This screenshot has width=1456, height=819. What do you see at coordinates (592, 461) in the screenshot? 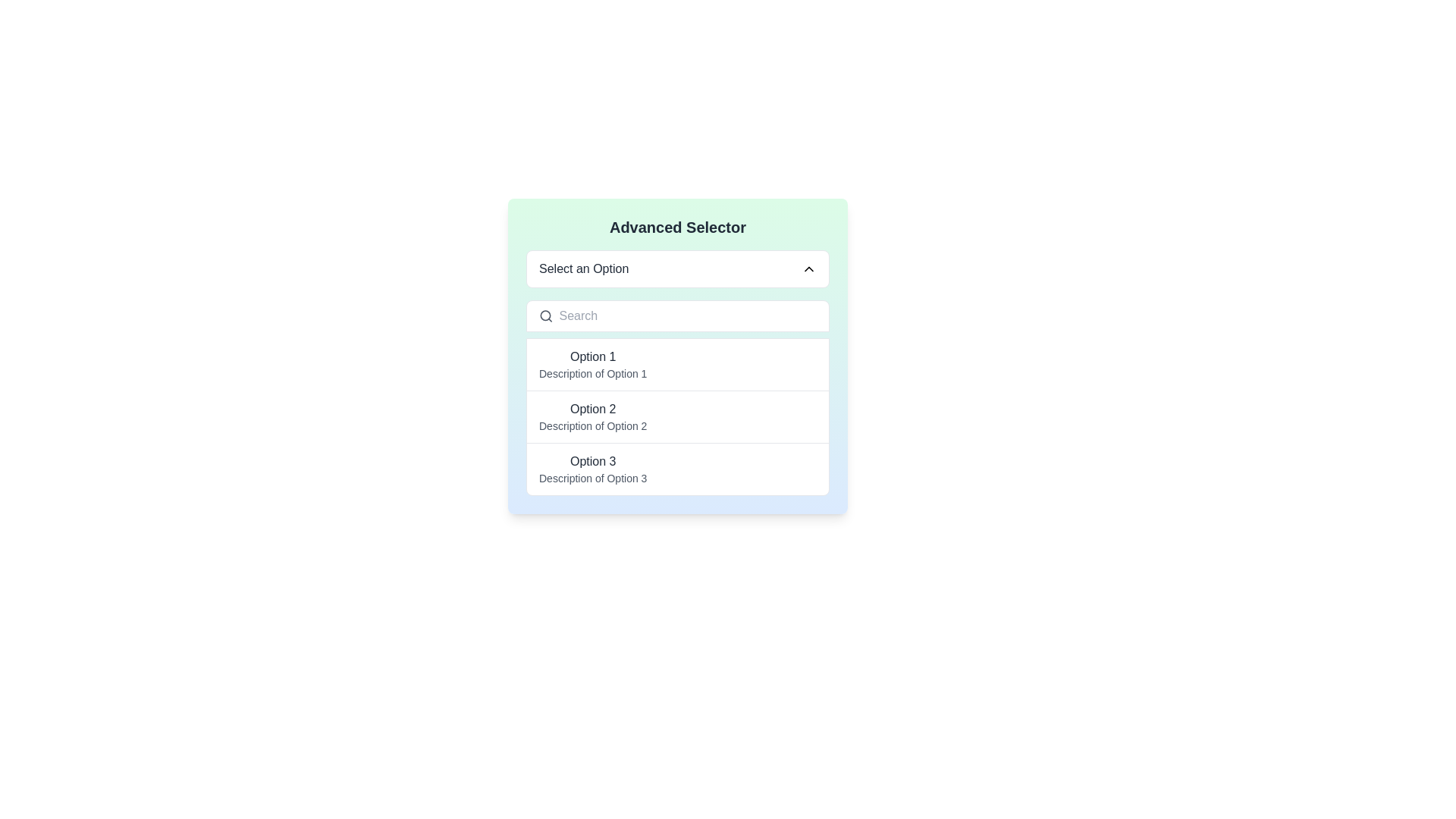
I see `the Text Label that serves as a selectable option within the dropdown menu, located above the description of 'Option 3'` at bounding box center [592, 461].